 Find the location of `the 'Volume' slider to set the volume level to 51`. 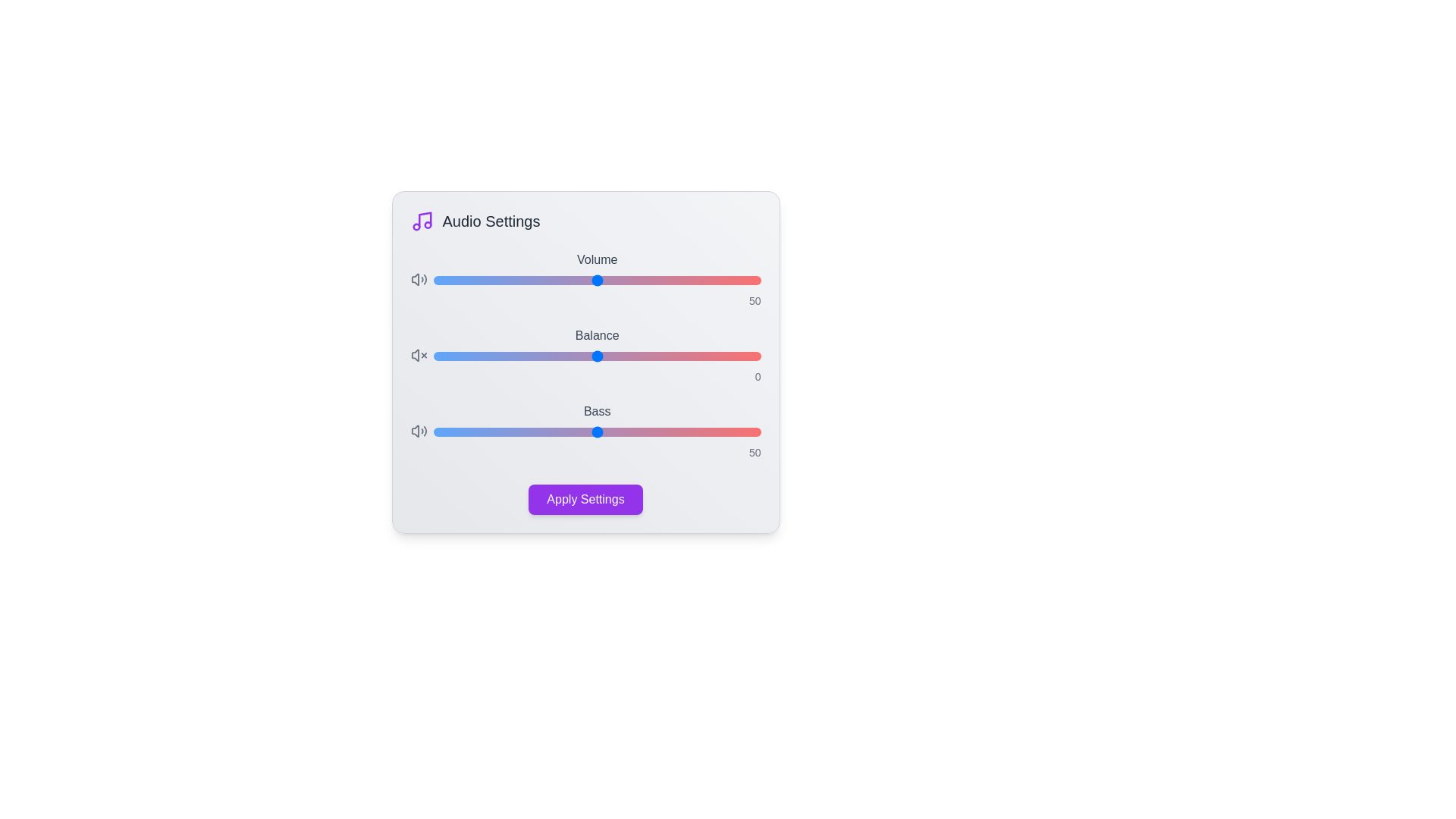

the 'Volume' slider to set the volume level to 51 is located at coordinates (600, 281).